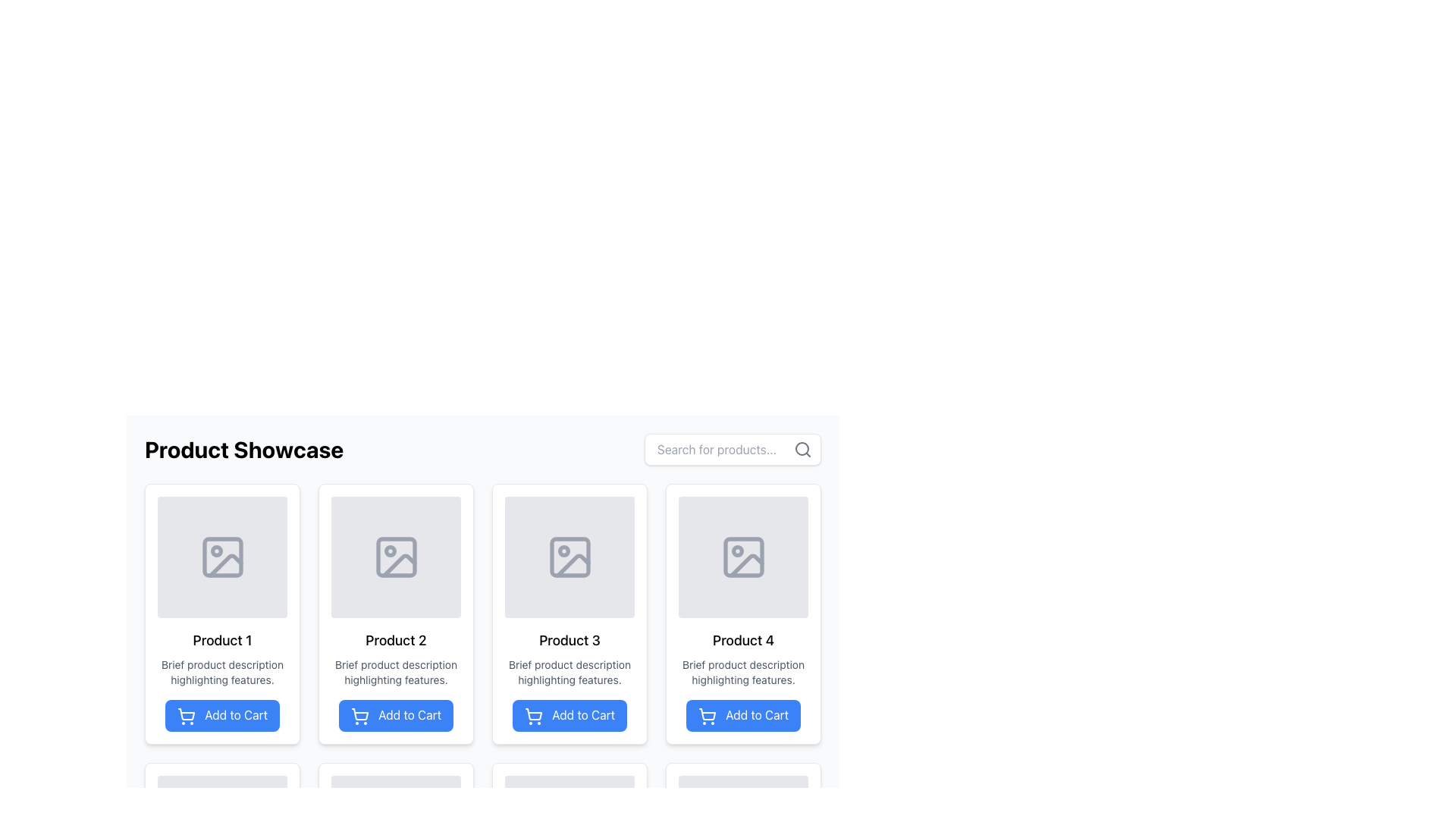 The width and height of the screenshot is (1456, 819). What do you see at coordinates (743, 672) in the screenshot?
I see `the text element styled as a description located in the fourth card of the product grid layout, which is beneath the title 'Product 4' and above the 'Add to Cart' button` at bounding box center [743, 672].